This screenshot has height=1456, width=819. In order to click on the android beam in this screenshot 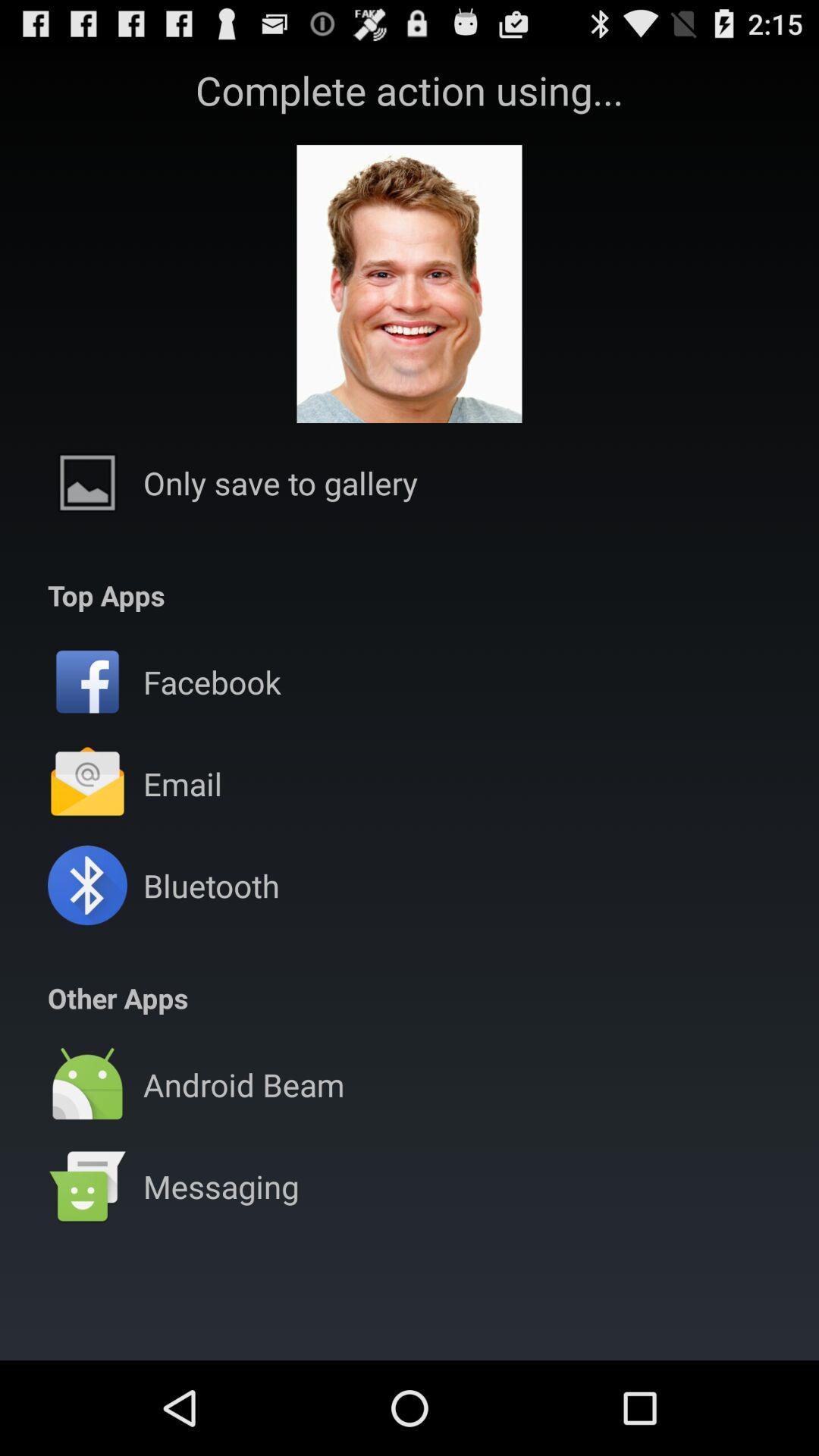, I will do `click(243, 1084)`.